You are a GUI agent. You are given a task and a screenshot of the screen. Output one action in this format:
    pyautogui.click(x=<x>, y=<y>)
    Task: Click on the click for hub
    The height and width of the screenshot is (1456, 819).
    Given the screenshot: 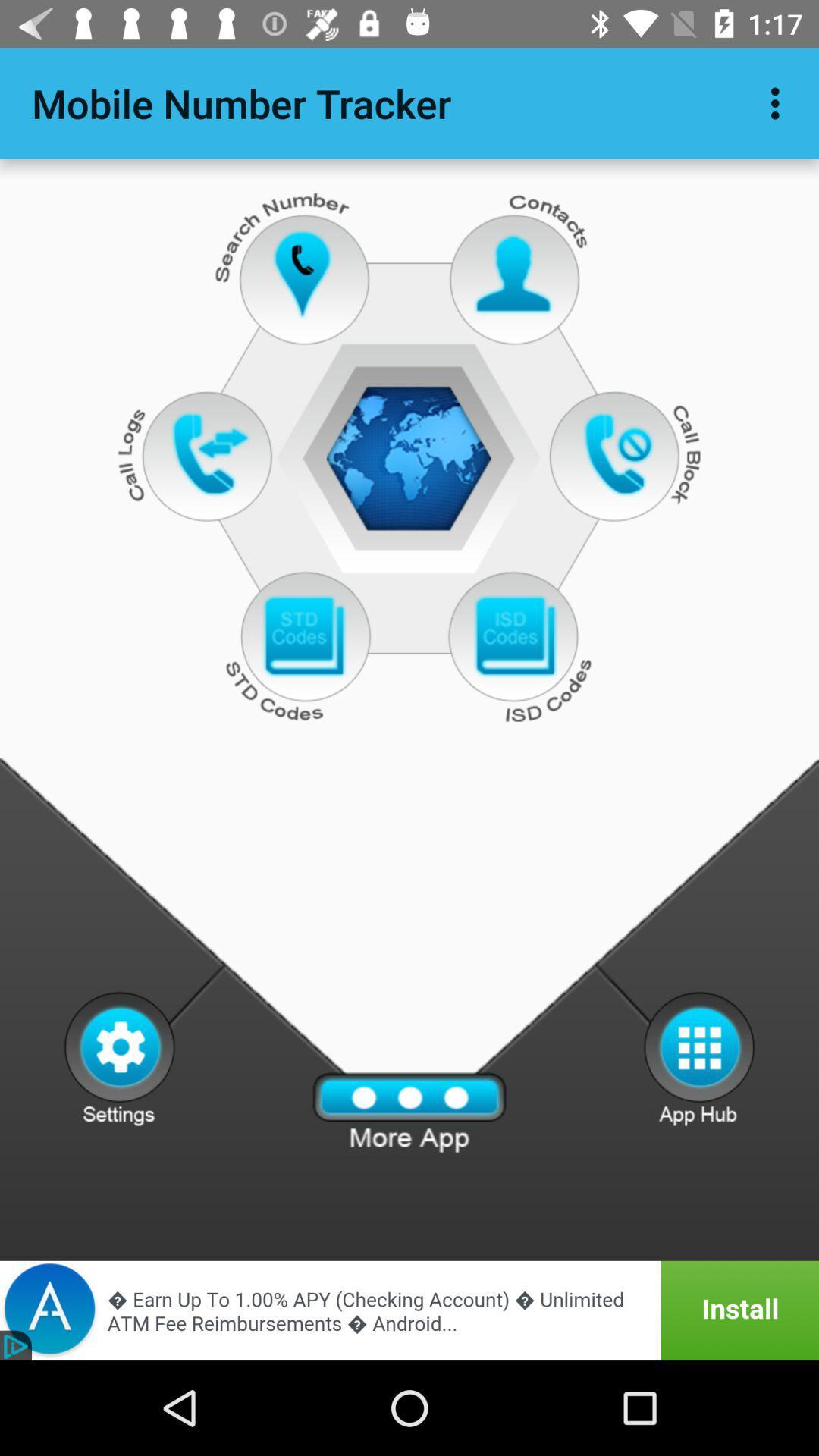 What is the action you would take?
    pyautogui.click(x=699, y=1057)
    